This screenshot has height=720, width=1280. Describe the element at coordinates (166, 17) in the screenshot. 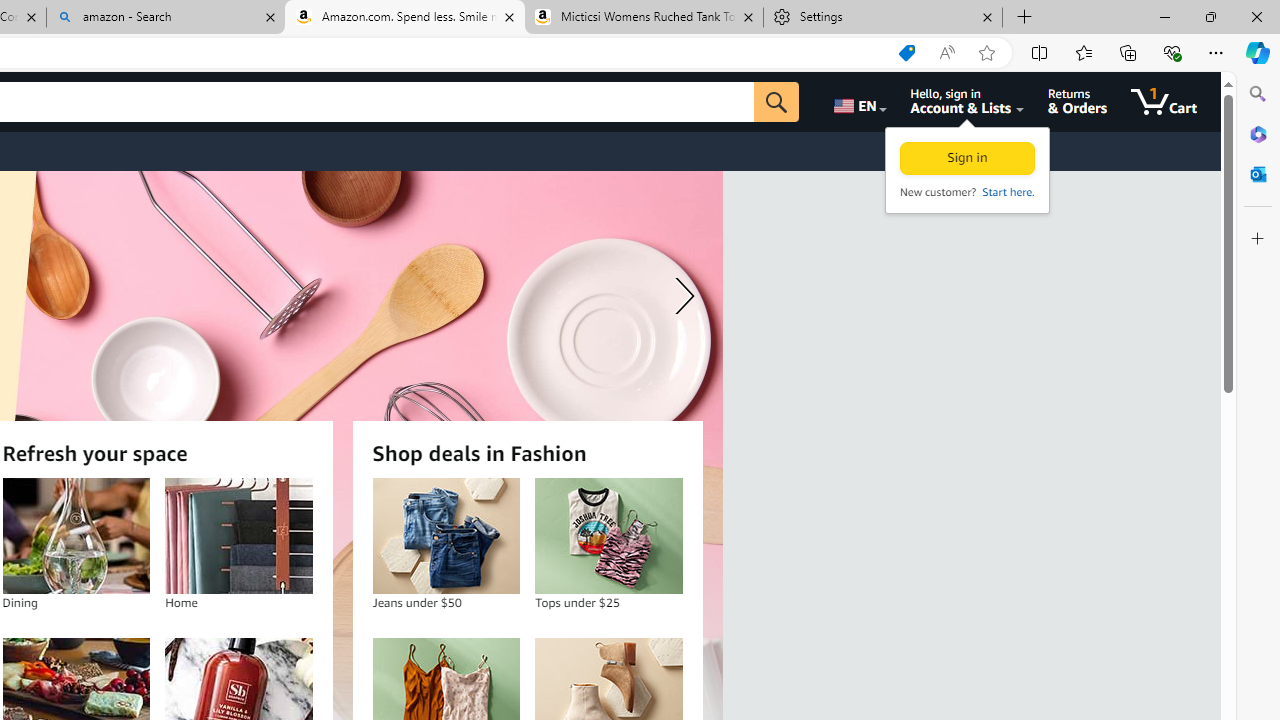

I see `'amazon - Search'` at that location.